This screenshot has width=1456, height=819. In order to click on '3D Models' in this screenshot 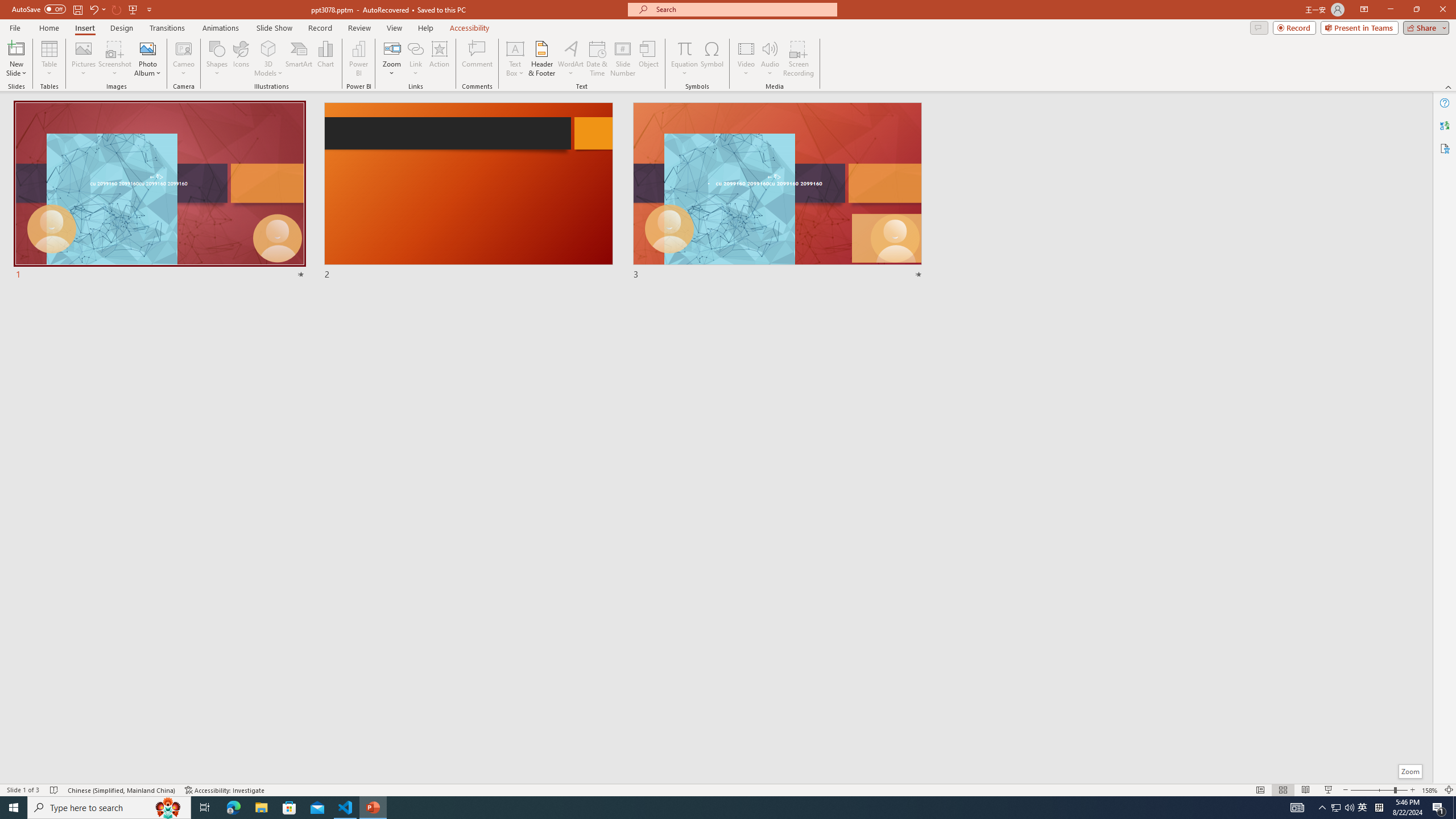, I will do `click(268, 59)`.